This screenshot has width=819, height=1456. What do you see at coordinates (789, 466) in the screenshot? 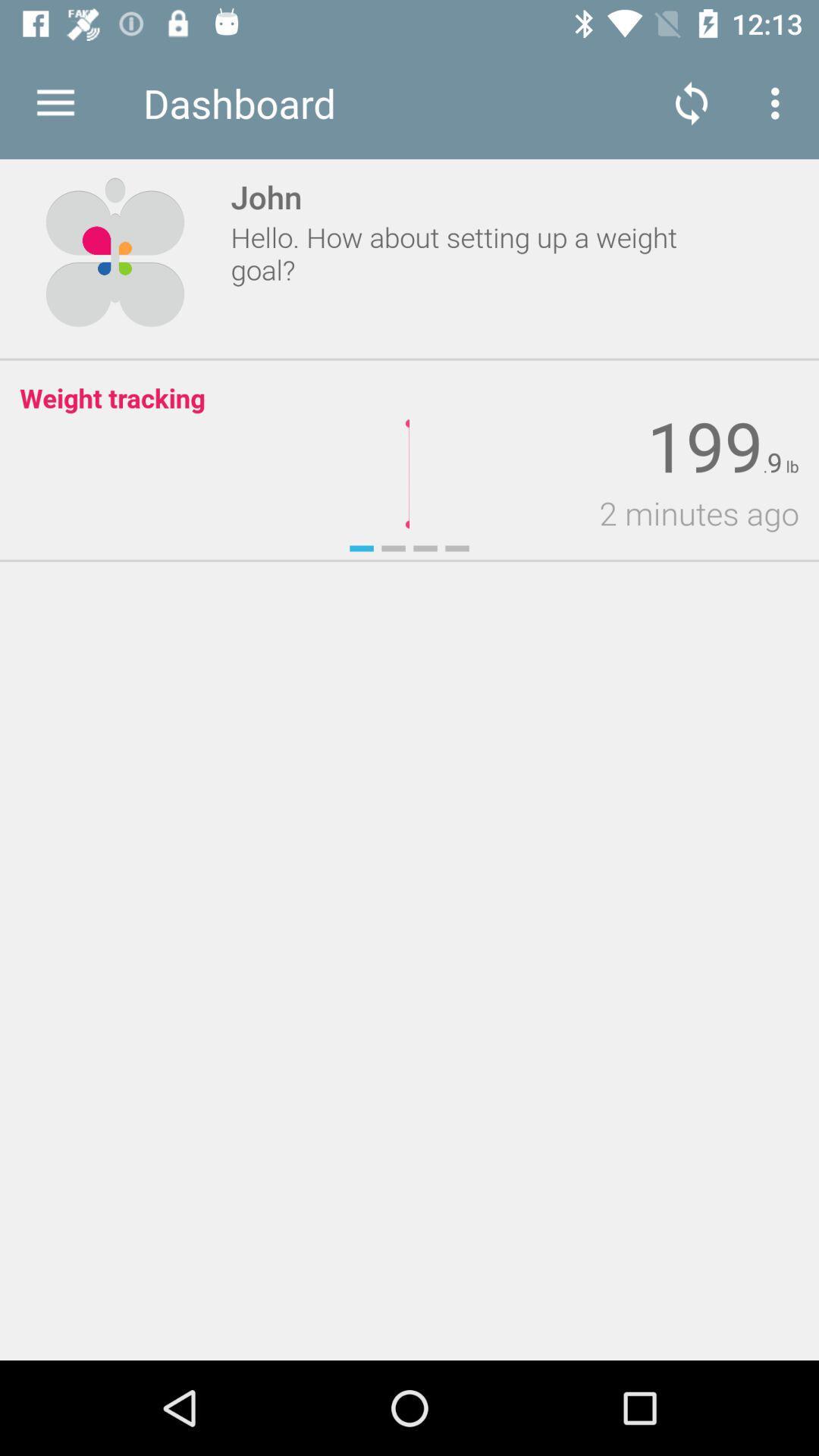
I see `the  lb item` at bounding box center [789, 466].